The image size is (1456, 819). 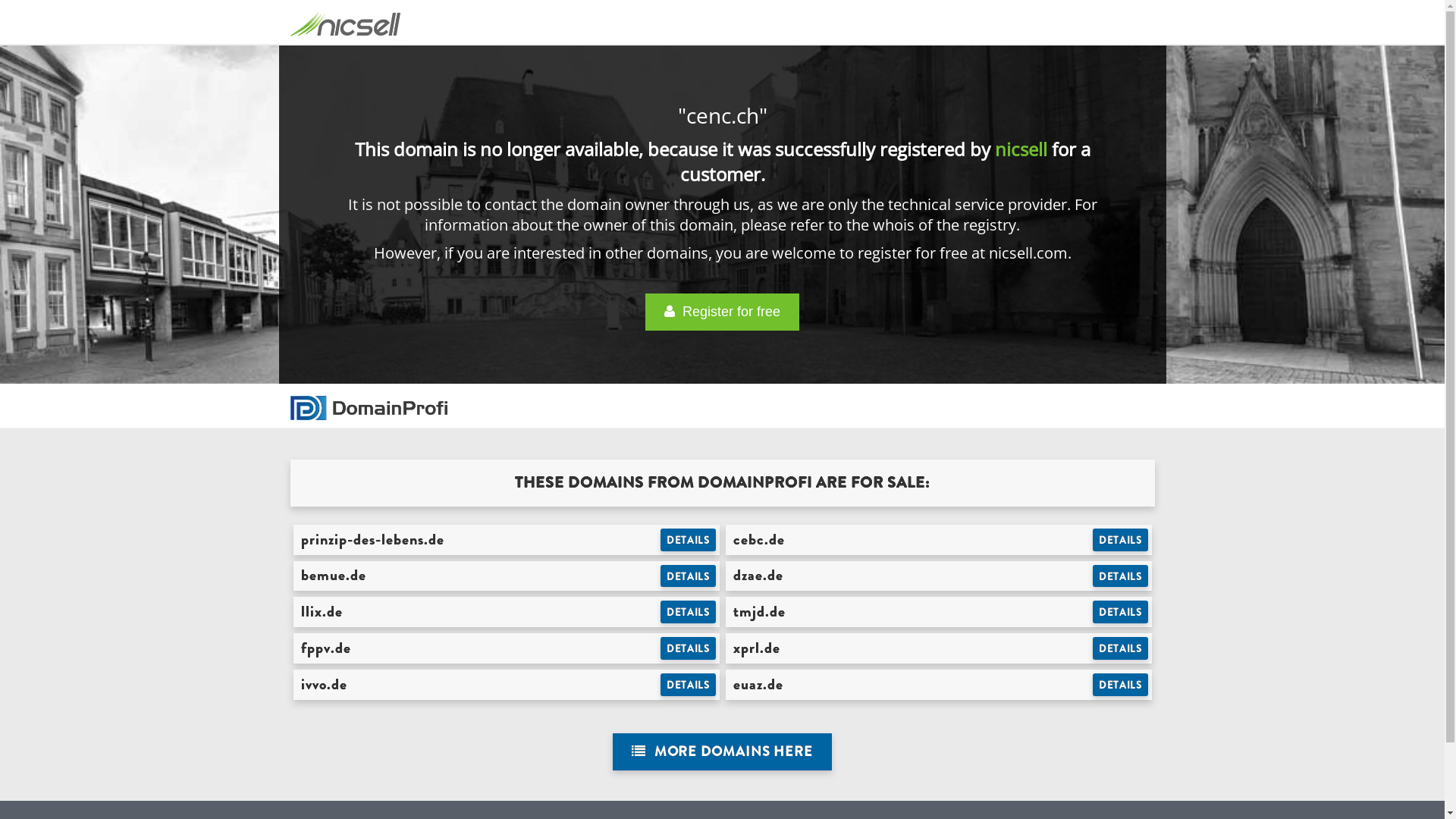 What do you see at coordinates (1120, 684) in the screenshot?
I see `'DETAILS'` at bounding box center [1120, 684].